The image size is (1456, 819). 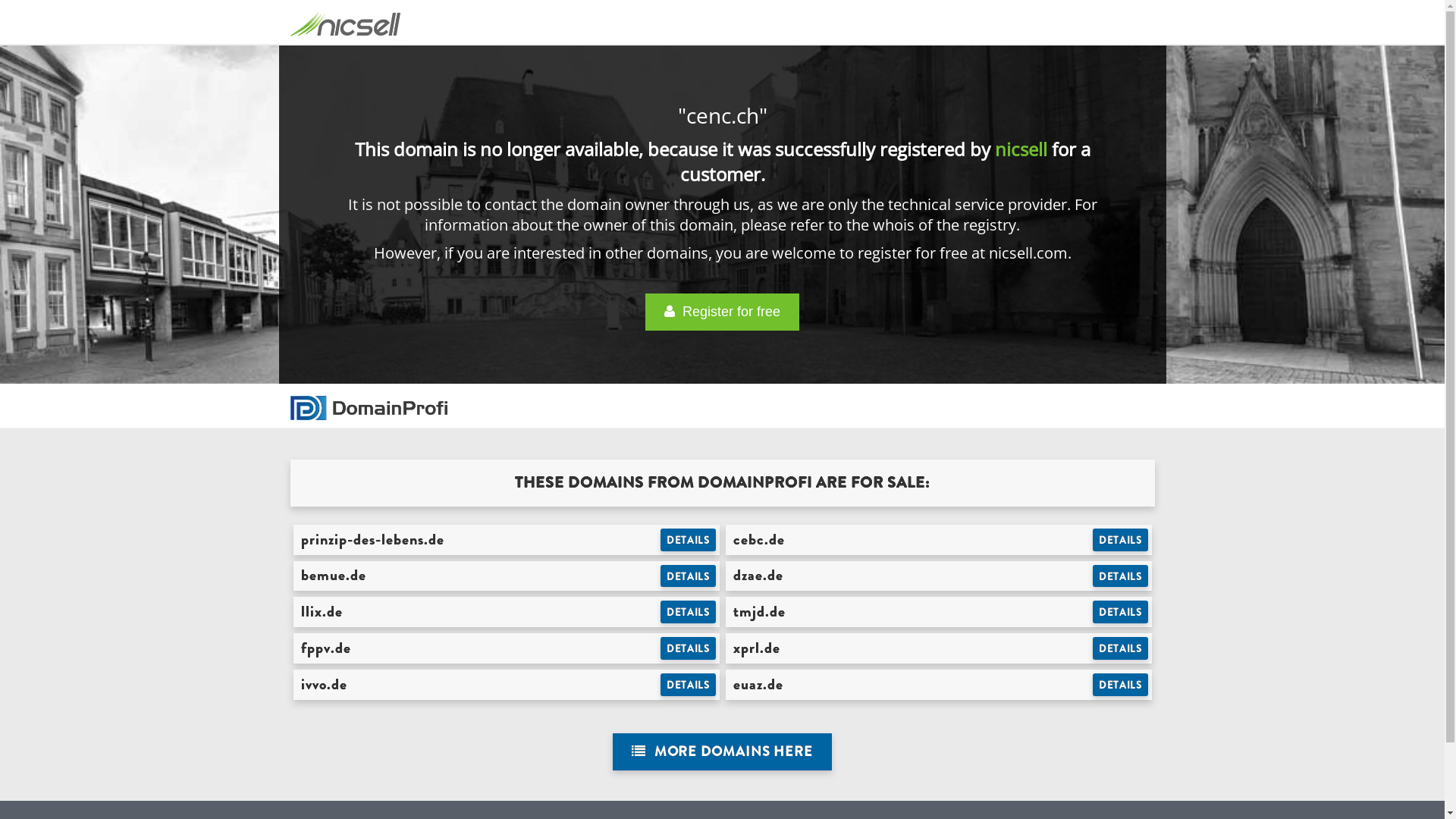 What do you see at coordinates (1120, 684) in the screenshot?
I see `'DETAILS'` at bounding box center [1120, 684].